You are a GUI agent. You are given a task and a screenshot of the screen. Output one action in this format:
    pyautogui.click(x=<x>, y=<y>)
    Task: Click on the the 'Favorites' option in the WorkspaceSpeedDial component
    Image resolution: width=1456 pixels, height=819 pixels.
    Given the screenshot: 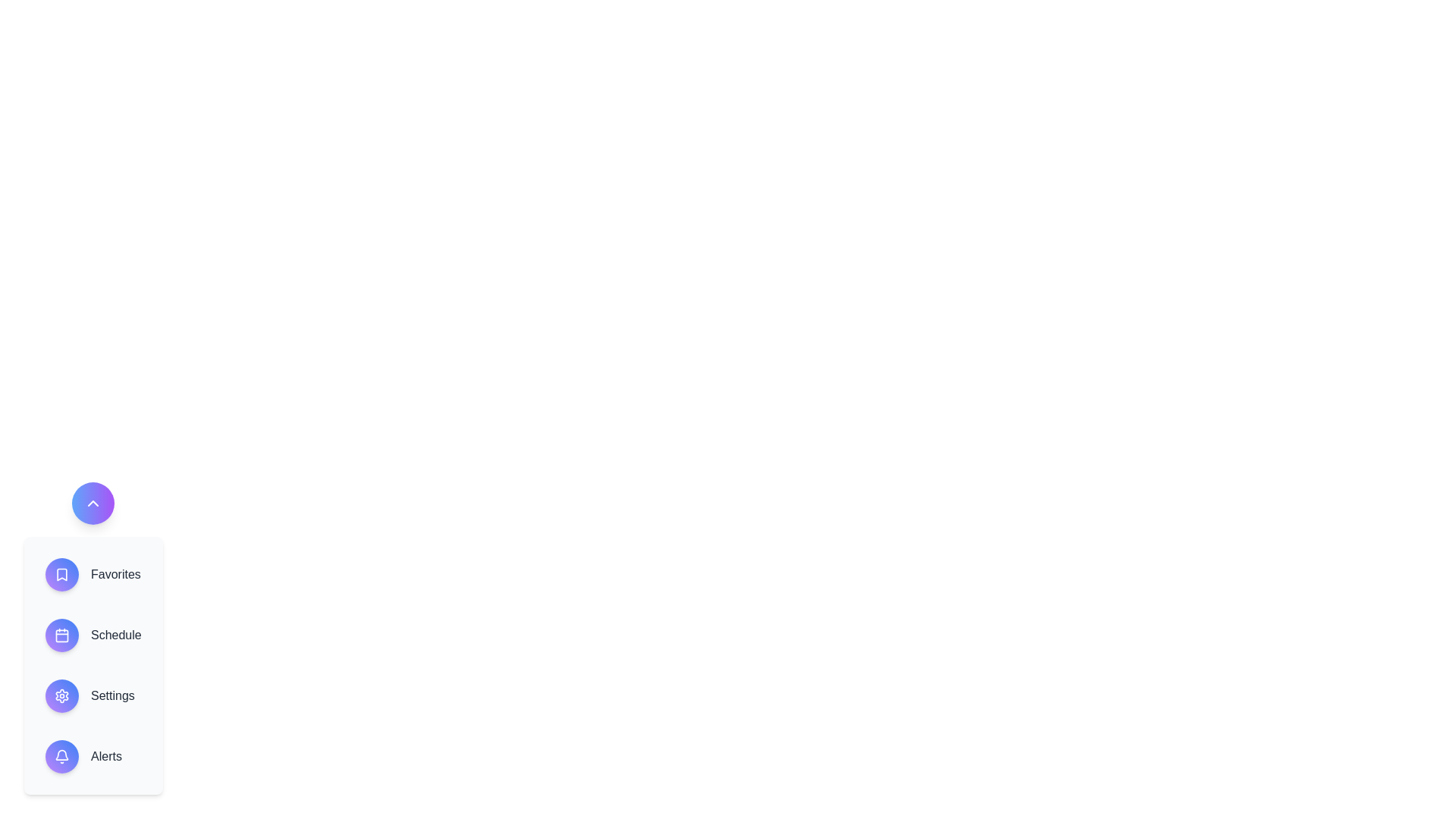 What is the action you would take?
    pyautogui.click(x=93, y=575)
    